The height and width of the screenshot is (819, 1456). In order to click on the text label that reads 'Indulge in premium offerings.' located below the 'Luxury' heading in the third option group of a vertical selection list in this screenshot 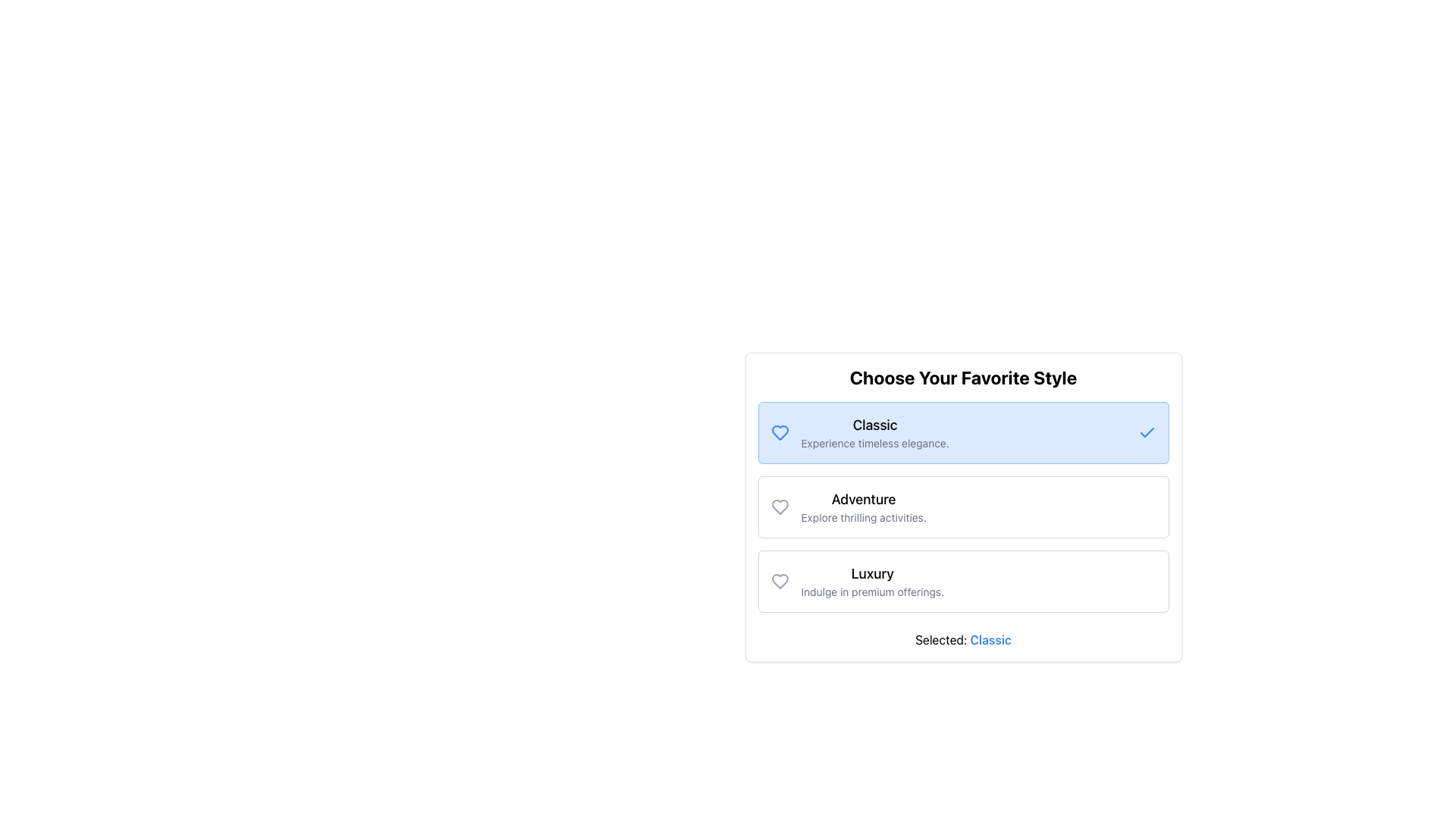, I will do `click(872, 591)`.